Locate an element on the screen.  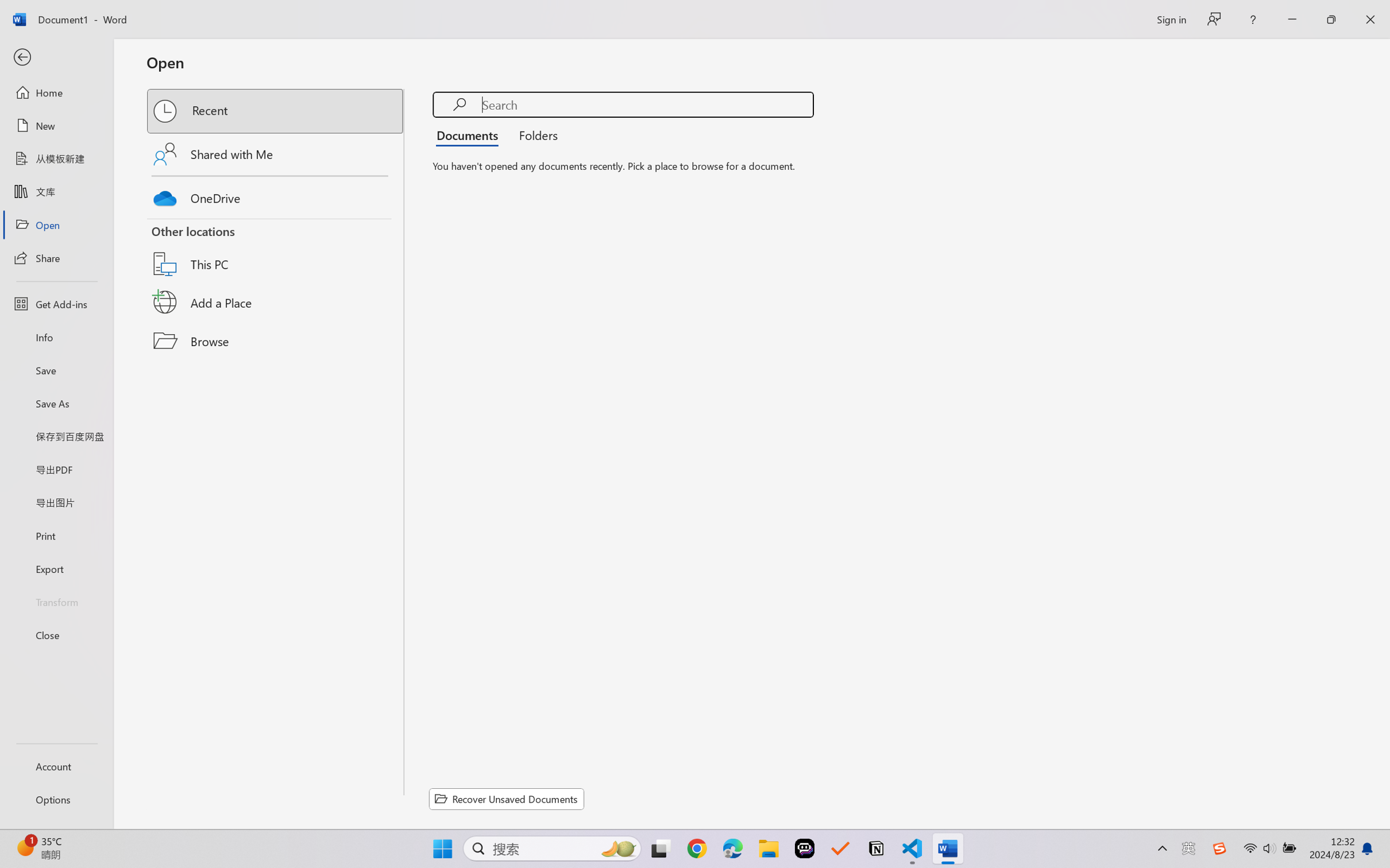
'OneDrive' is located at coordinates (276, 195).